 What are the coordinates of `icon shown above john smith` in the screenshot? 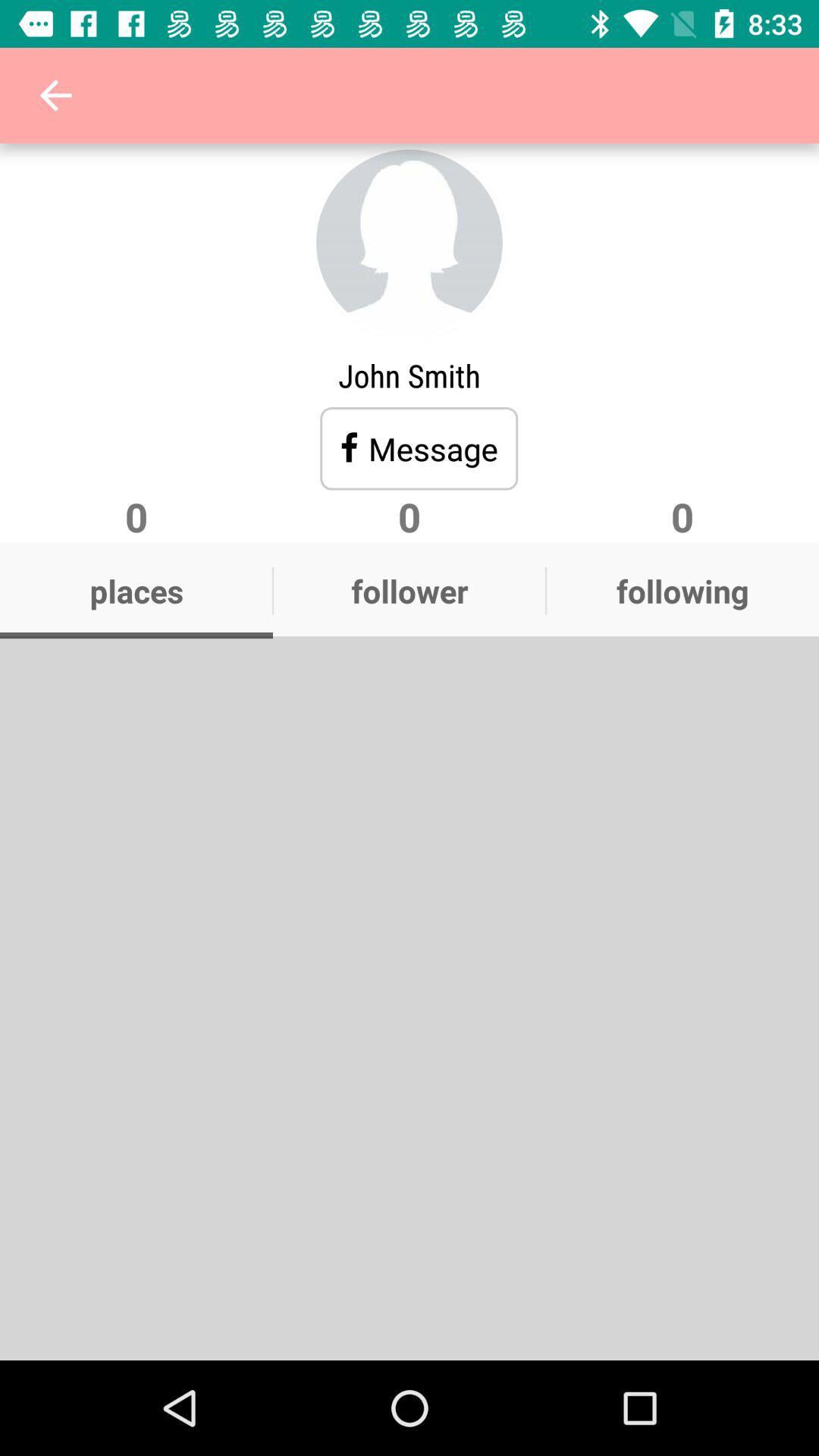 It's located at (409, 243).